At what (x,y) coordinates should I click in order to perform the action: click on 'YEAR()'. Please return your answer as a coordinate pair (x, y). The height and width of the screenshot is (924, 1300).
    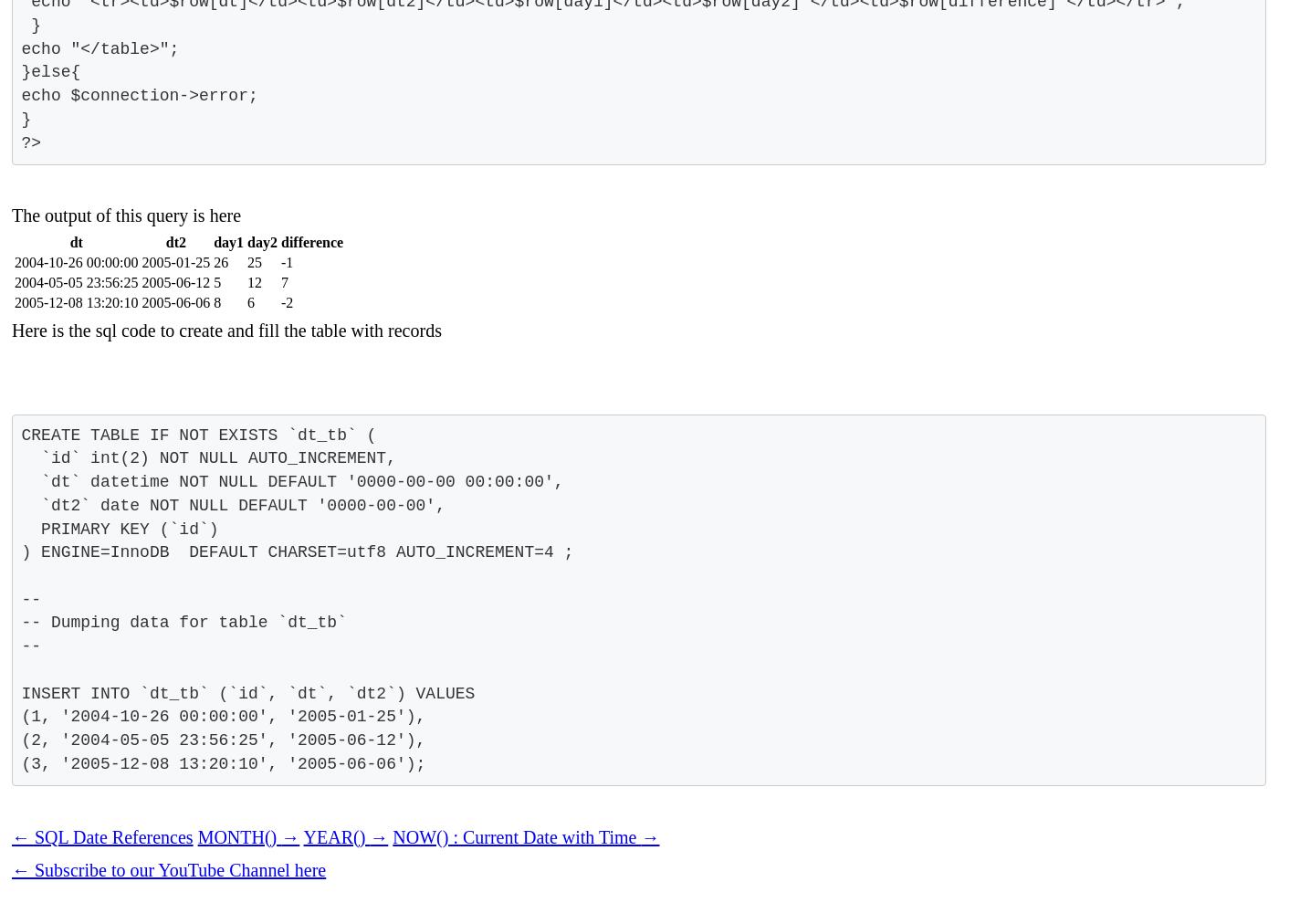
    Looking at the image, I should click on (336, 835).